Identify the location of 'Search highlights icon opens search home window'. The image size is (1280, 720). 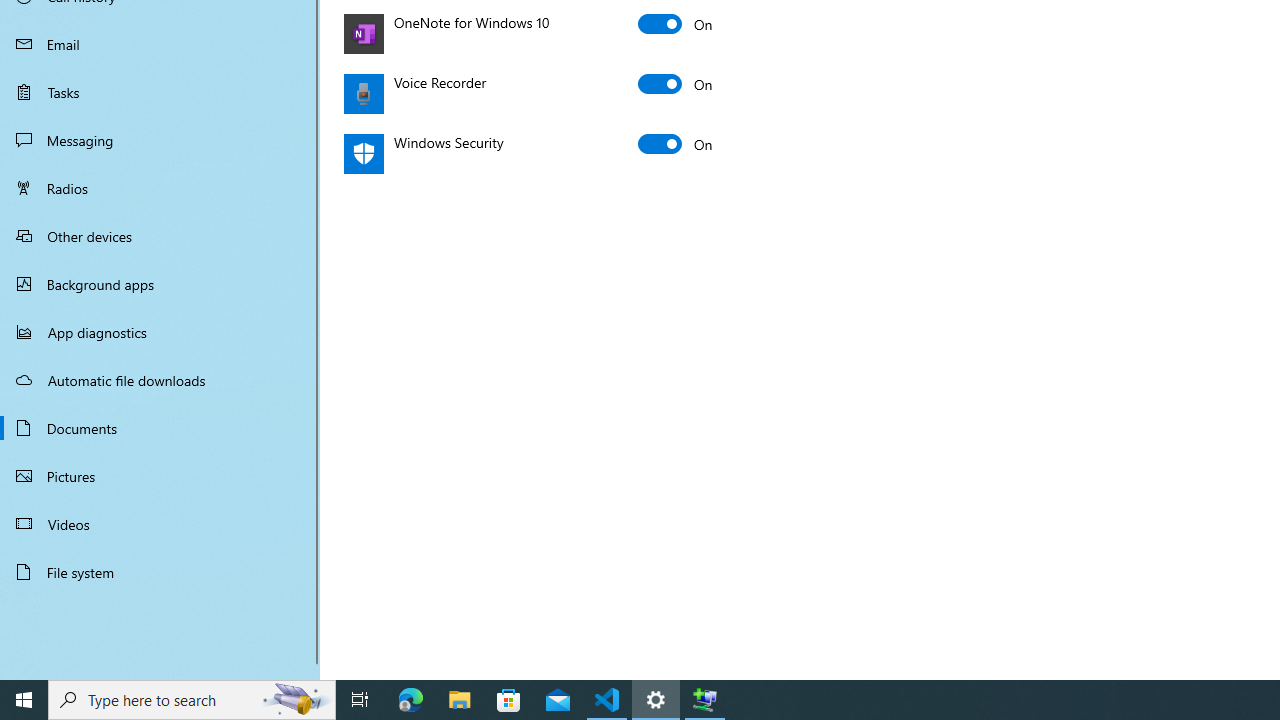
(294, 698).